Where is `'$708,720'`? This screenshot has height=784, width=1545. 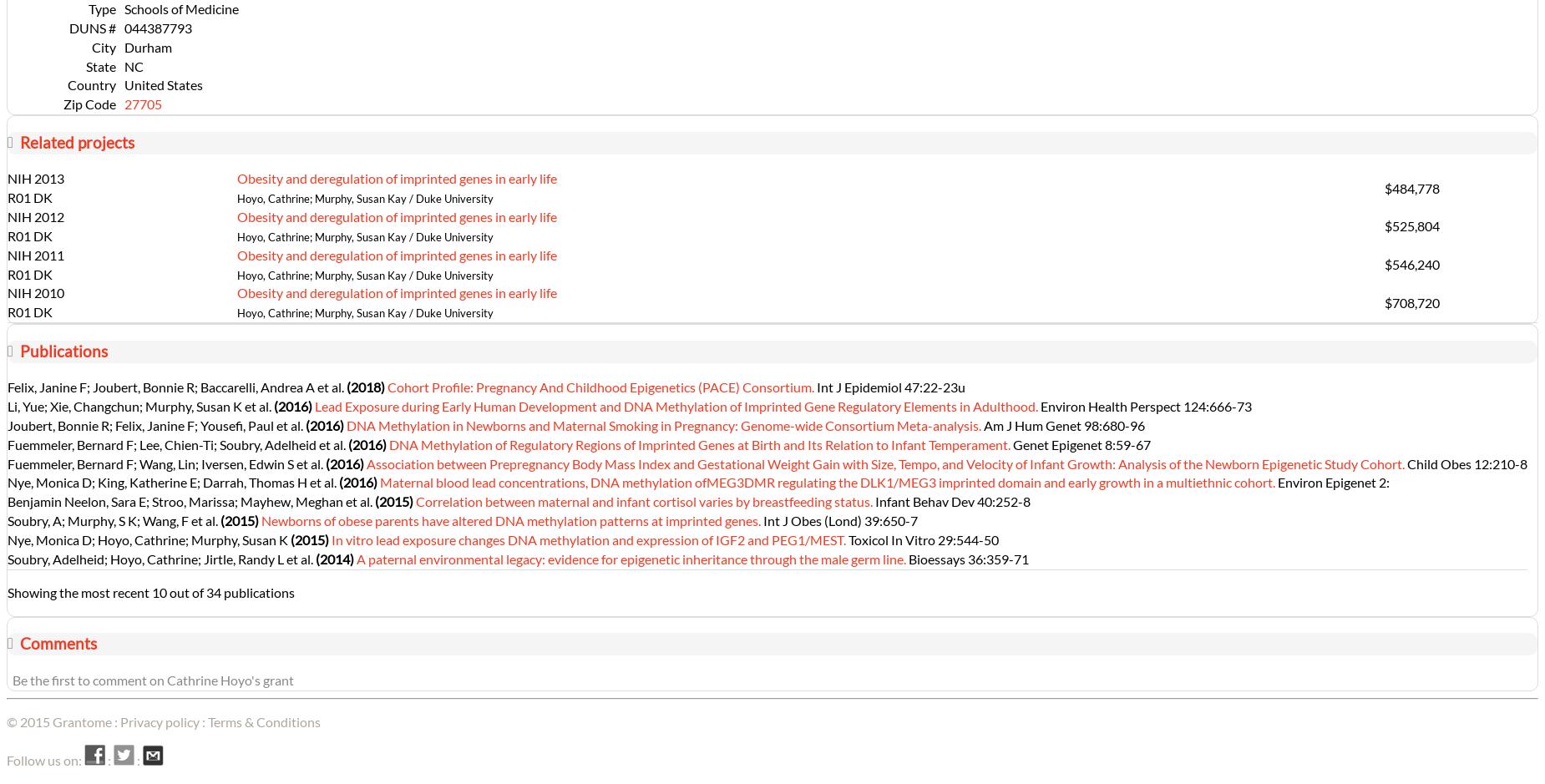
'$708,720' is located at coordinates (1411, 301).